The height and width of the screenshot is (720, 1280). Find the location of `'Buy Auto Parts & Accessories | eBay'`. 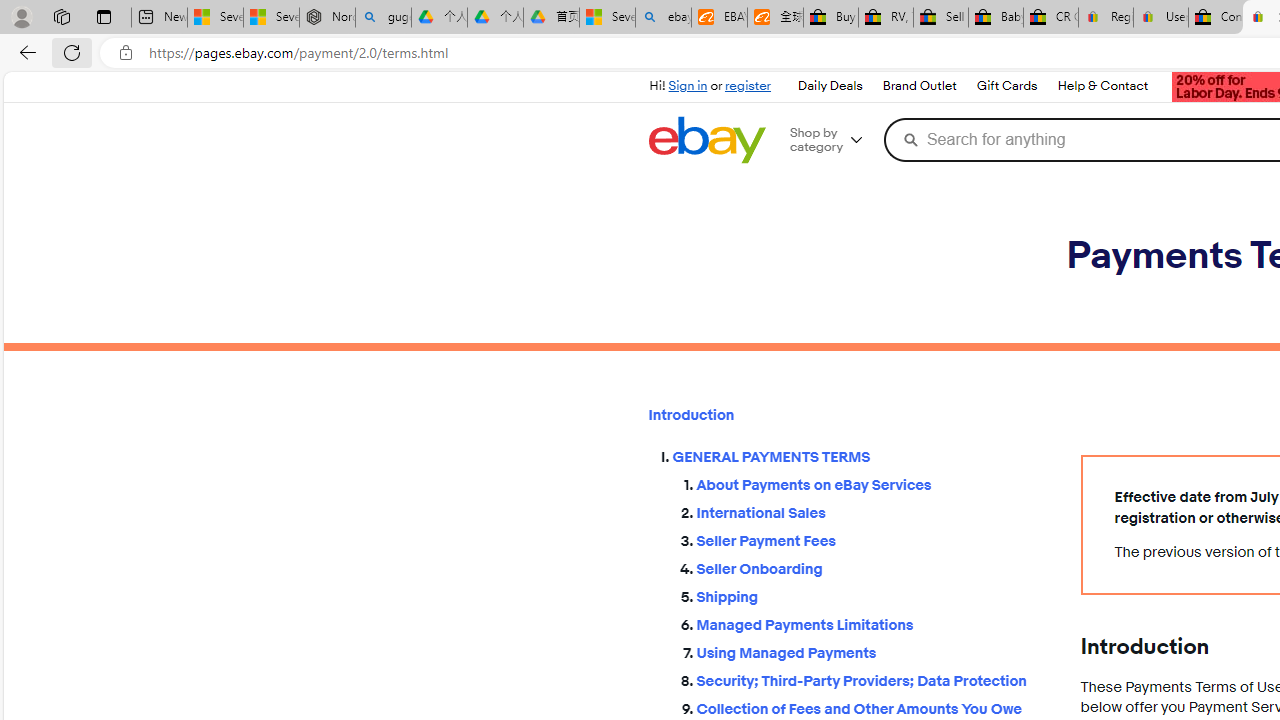

'Buy Auto Parts & Accessories | eBay' is located at coordinates (830, 17).